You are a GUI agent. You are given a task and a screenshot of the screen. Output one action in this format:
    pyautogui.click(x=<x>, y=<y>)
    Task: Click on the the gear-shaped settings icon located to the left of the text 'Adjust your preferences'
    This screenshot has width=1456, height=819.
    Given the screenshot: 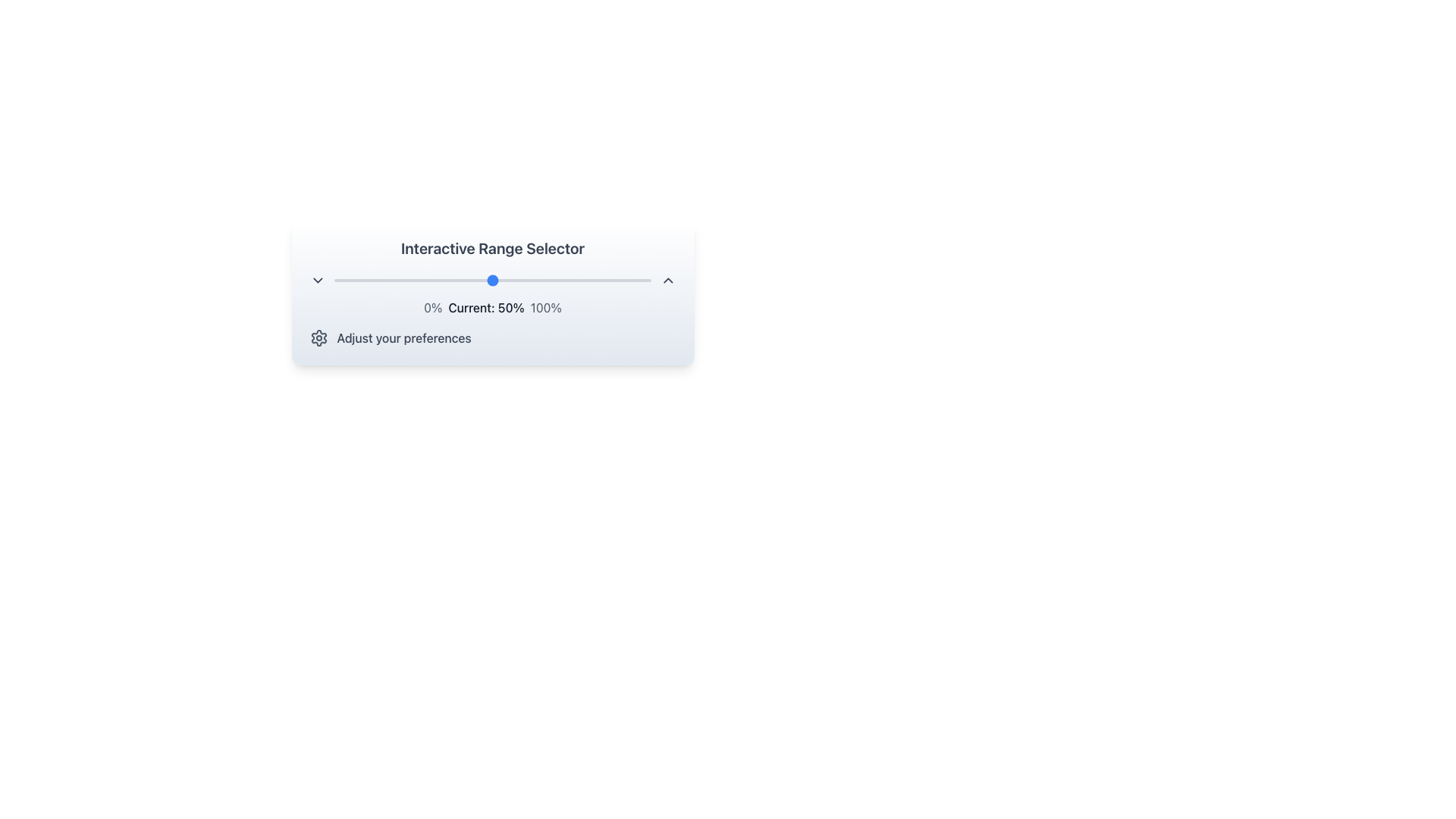 What is the action you would take?
    pyautogui.click(x=318, y=337)
    